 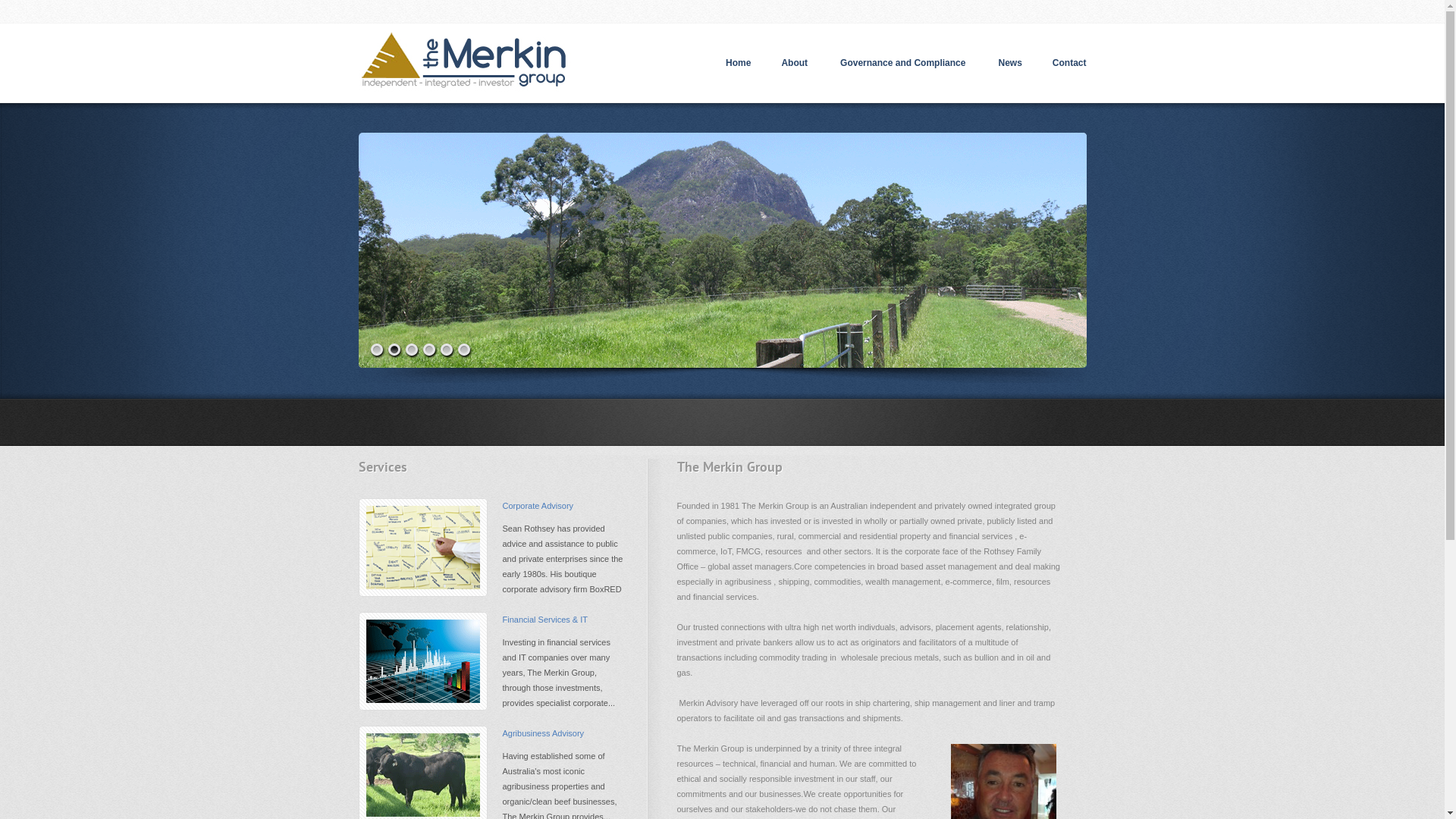 I want to click on '5', so click(x=447, y=351).